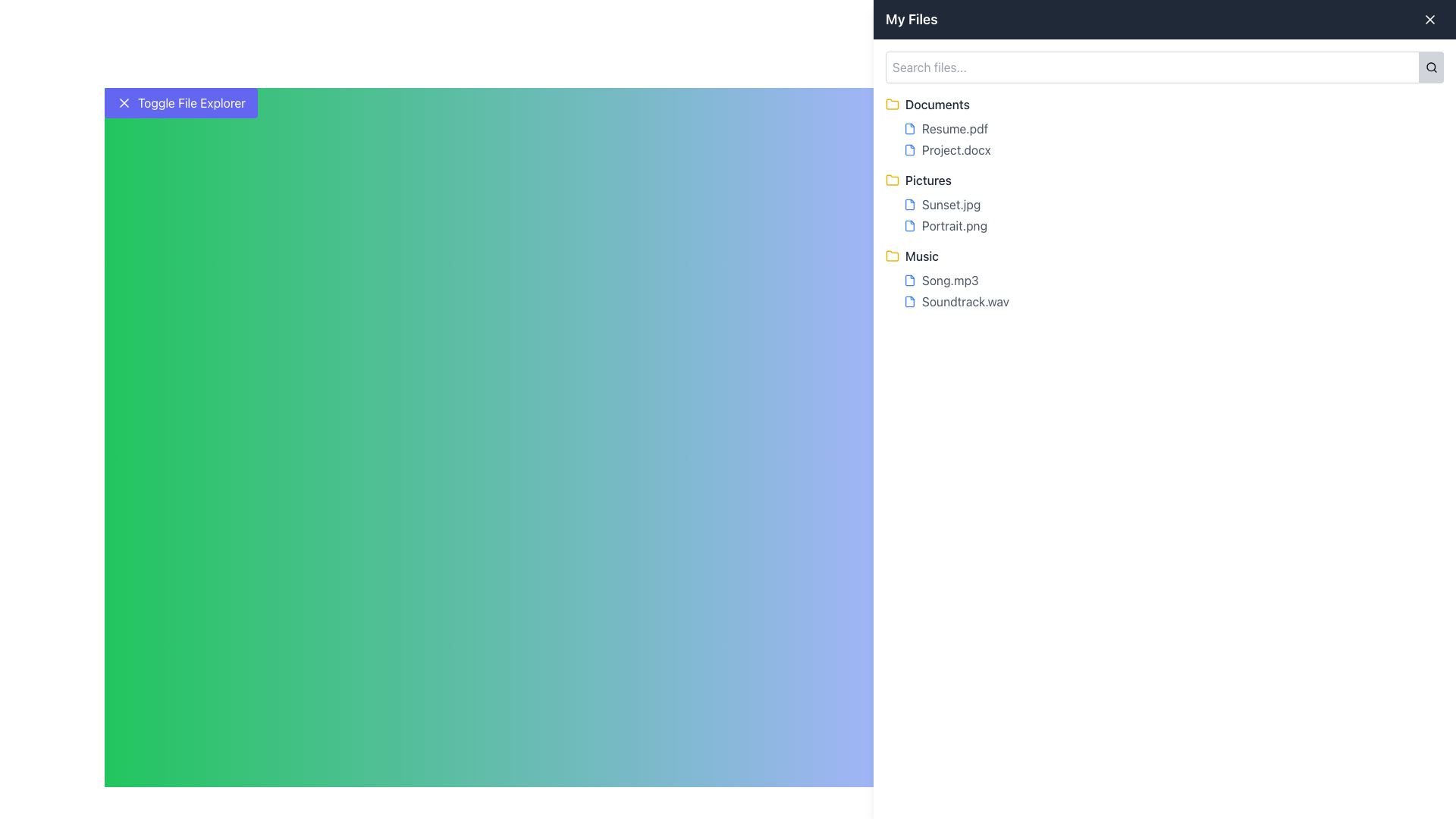 Image resolution: width=1456 pixels, height=819 pixels. I want to click on the file icon representing 'Resume.pdf' located under the 'Documents' folder, so click(910, 127).